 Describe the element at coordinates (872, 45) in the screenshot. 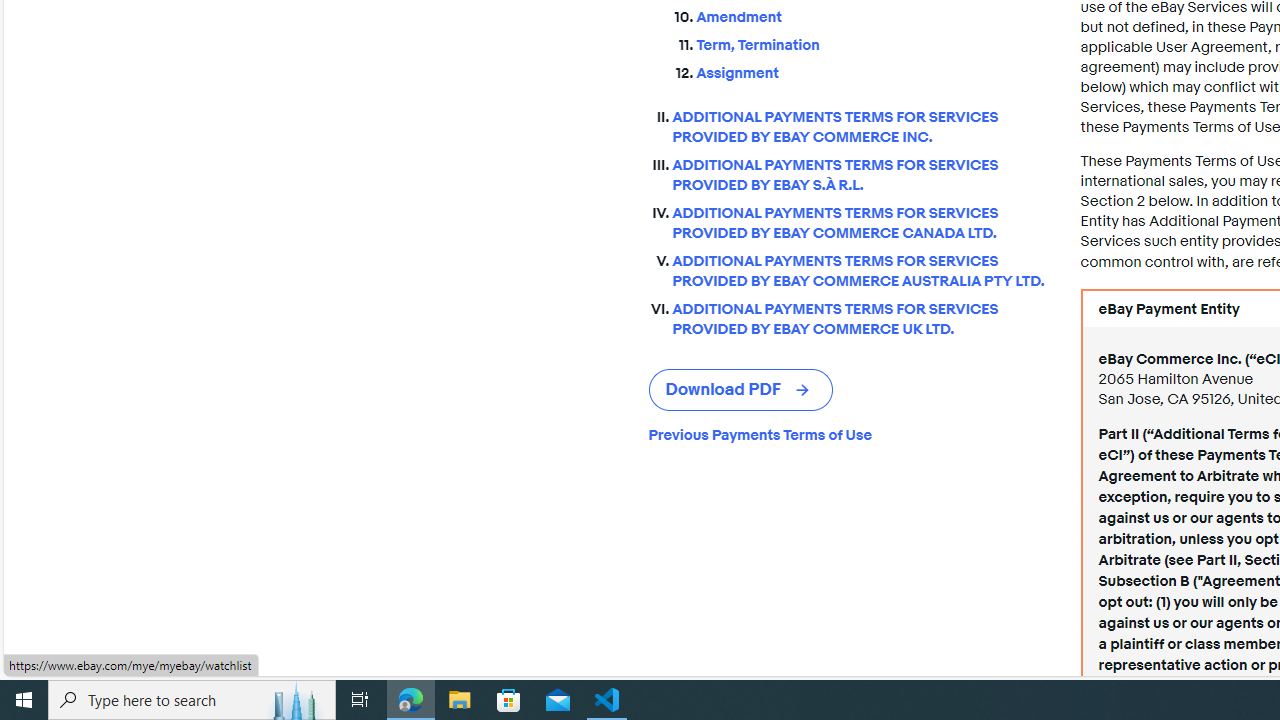

I see `'Term, Termination'` at that location.